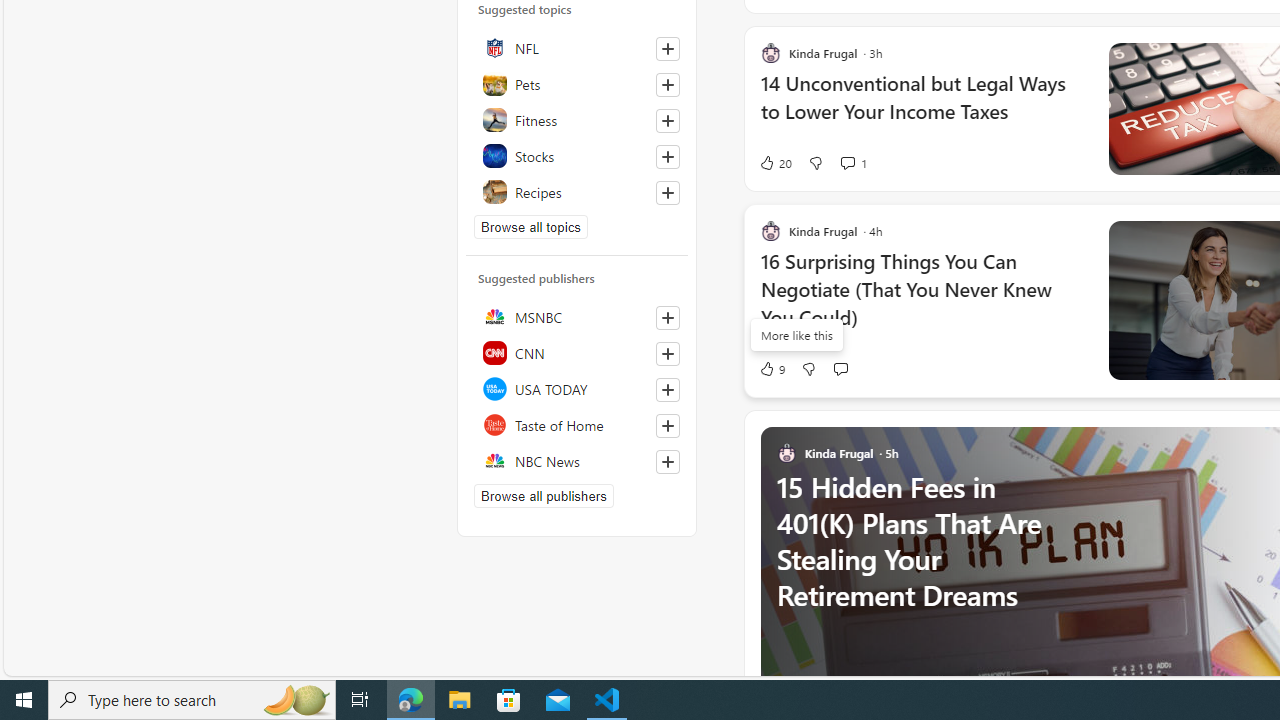 The width and height of the screenshot is (1280, 720). Describe the element at coordinates (576, 119) in the screenshot. I see `'Fitness'` at that location.